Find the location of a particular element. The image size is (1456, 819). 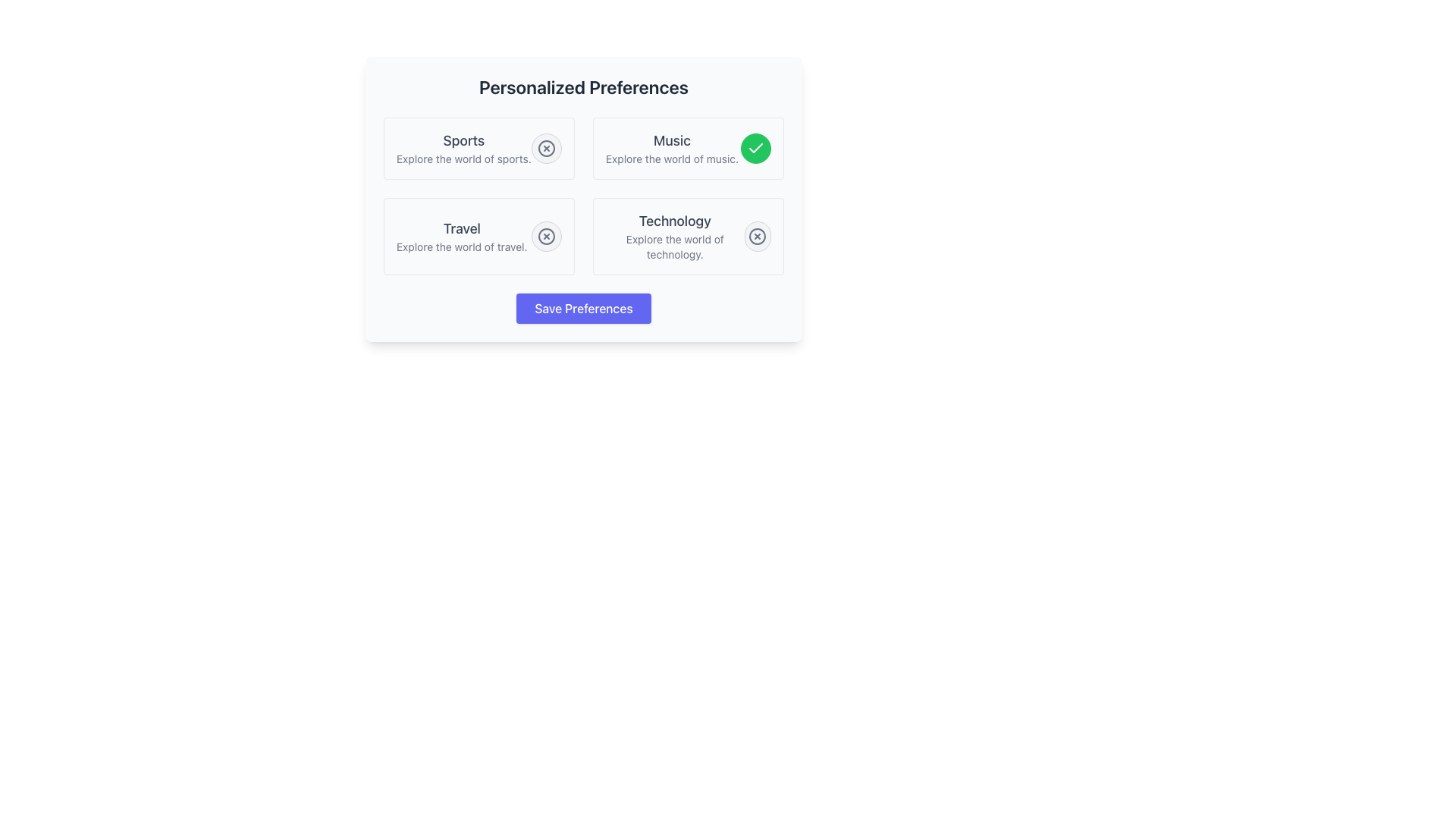

the text label that identifies the category 'Music' at the top center of the card is located at coordinates (671, 140).